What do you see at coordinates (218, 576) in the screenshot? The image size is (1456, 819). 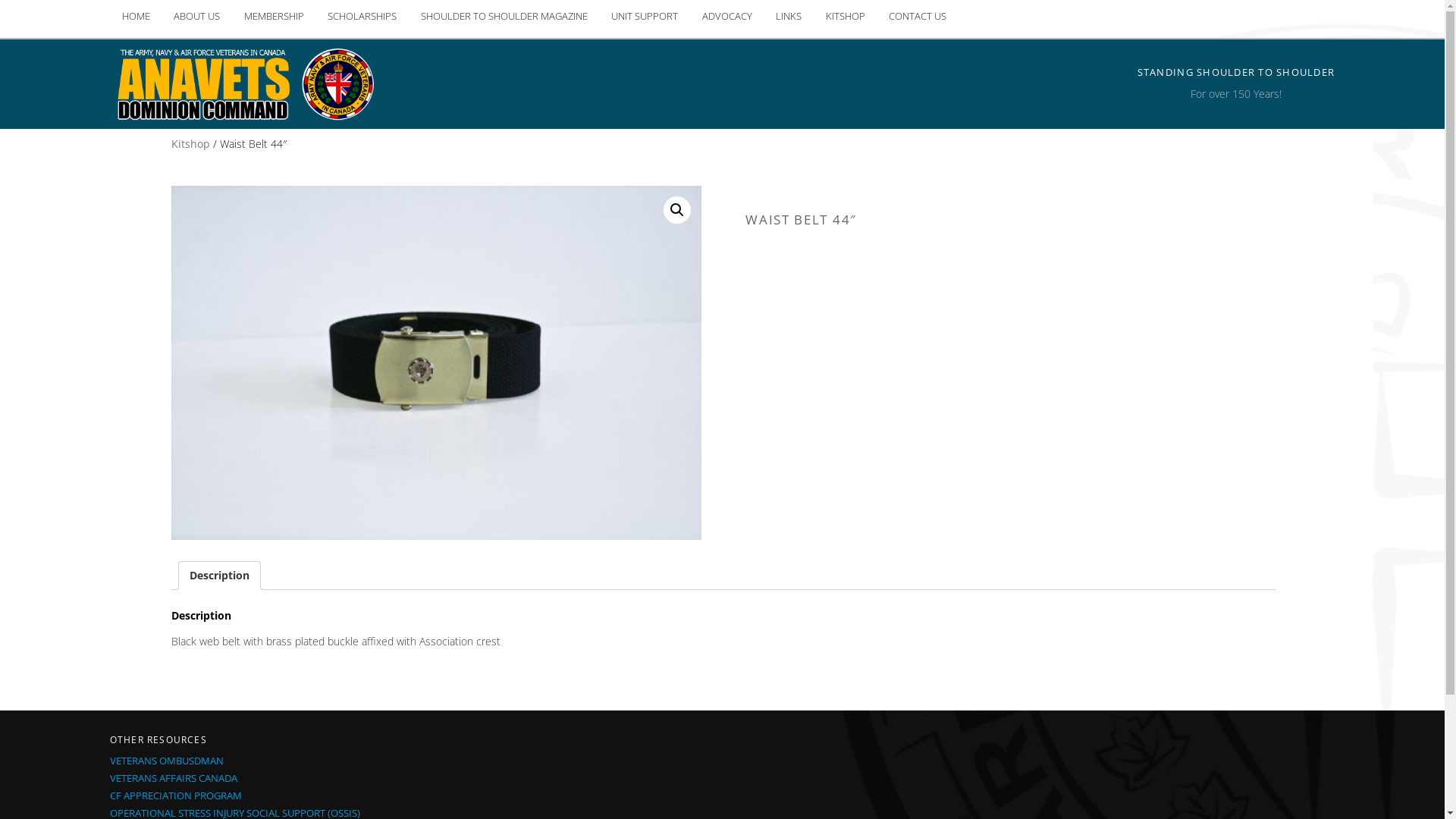 I see `'Description'` at bounding box center [218, 576].